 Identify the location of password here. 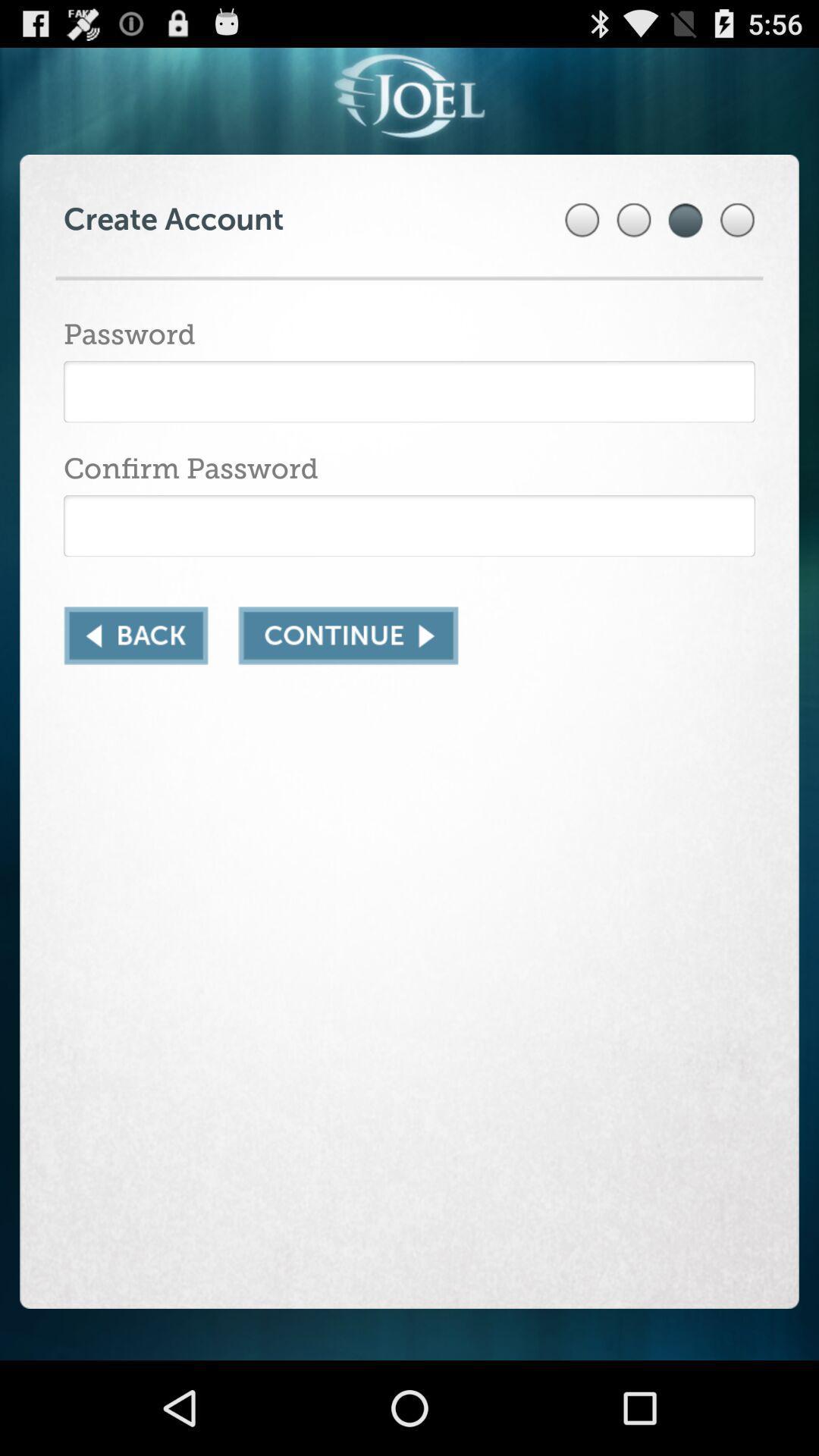
(409, 391).